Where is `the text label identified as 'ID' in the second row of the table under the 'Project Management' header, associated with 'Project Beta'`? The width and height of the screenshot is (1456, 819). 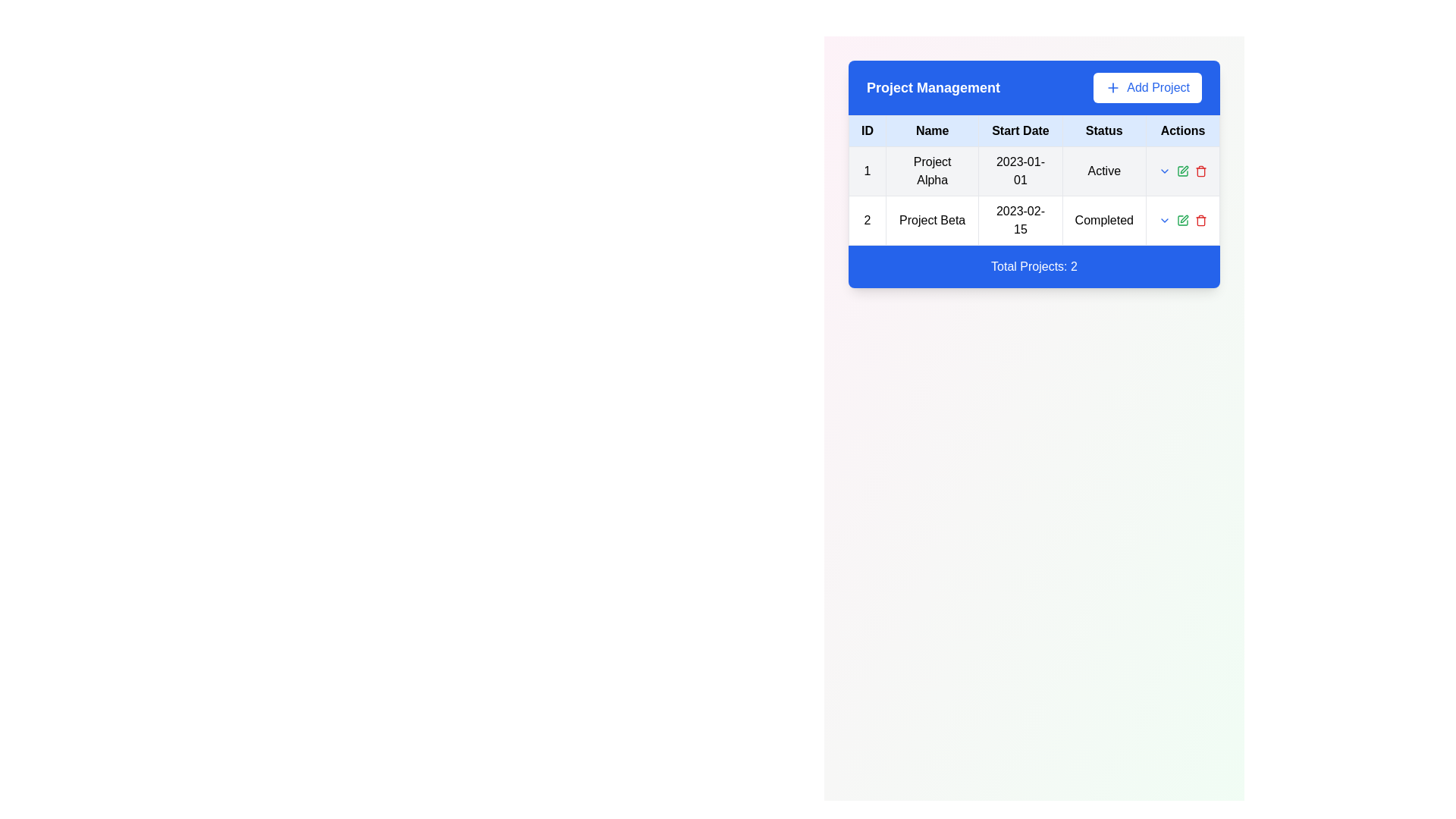 the text label identified as 'ID' in the second row of the table under the 'Project Management' header, associated with 'Project Beta' is located at coordinates (867, 220).